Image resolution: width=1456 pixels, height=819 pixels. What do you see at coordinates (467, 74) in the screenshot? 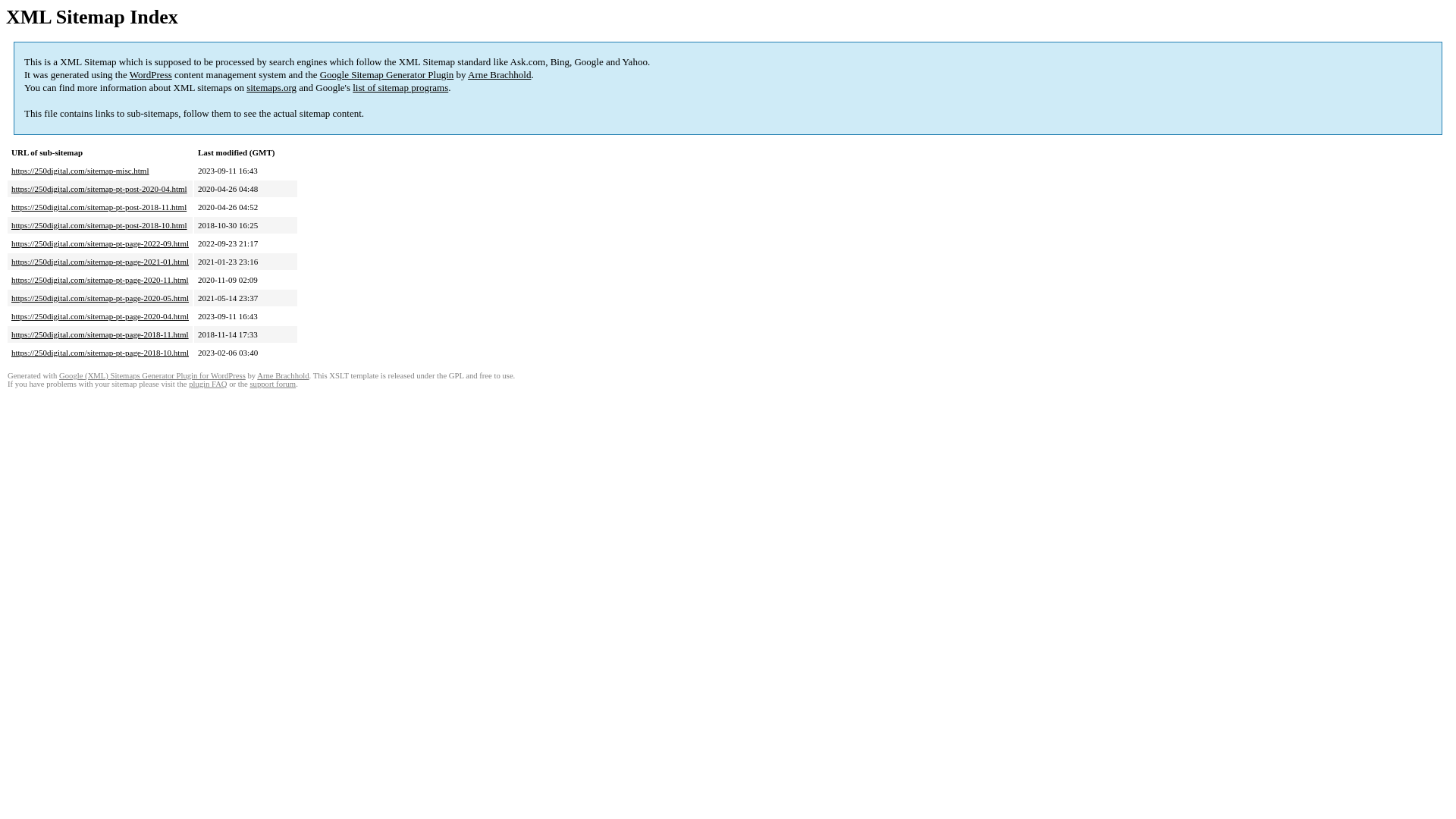
I see `'Arne Brachhold'` at bounding box center [467, 74].